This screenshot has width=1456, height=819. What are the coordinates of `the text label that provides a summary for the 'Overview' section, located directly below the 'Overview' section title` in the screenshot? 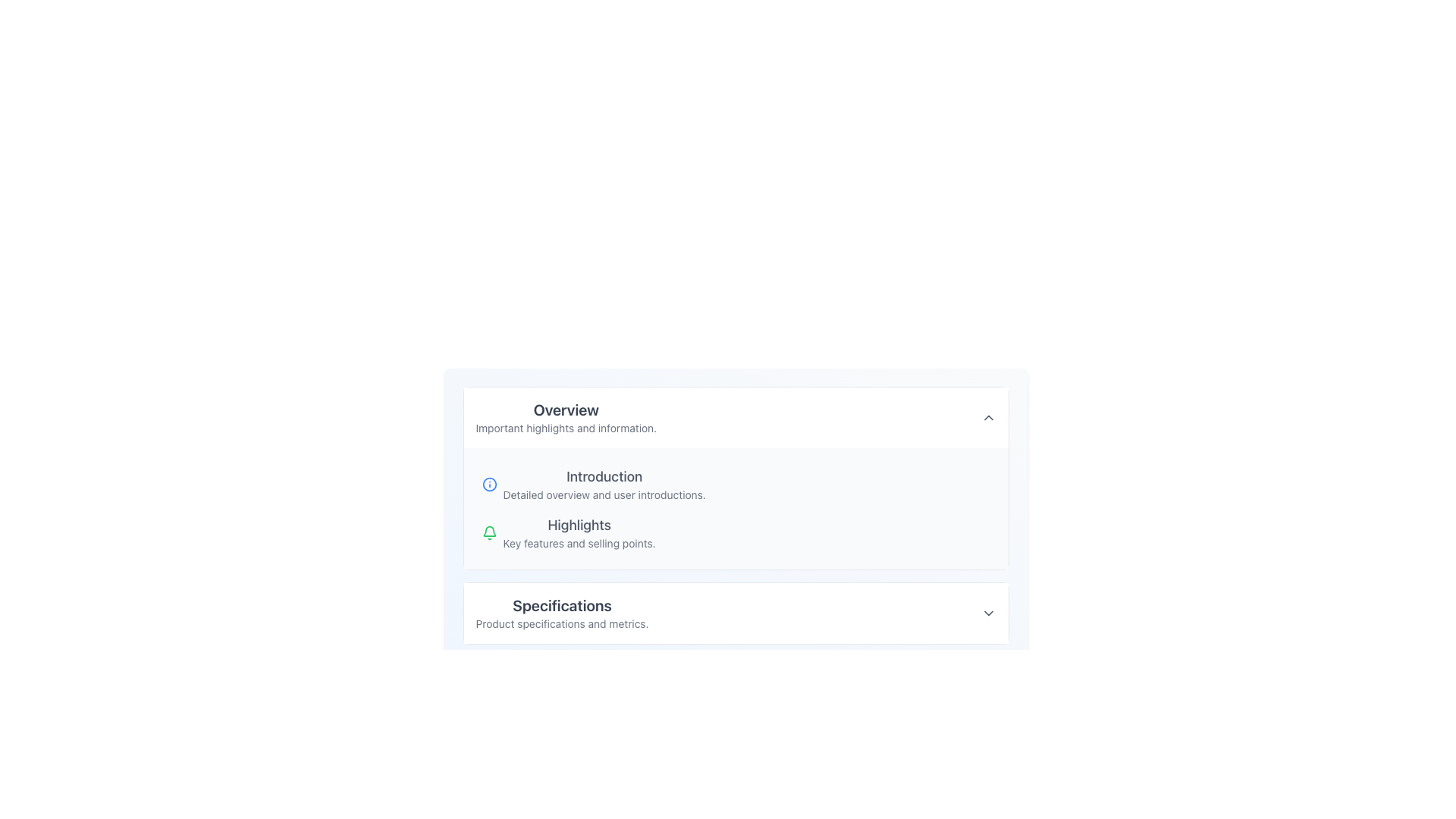 It's located at (565, 428).